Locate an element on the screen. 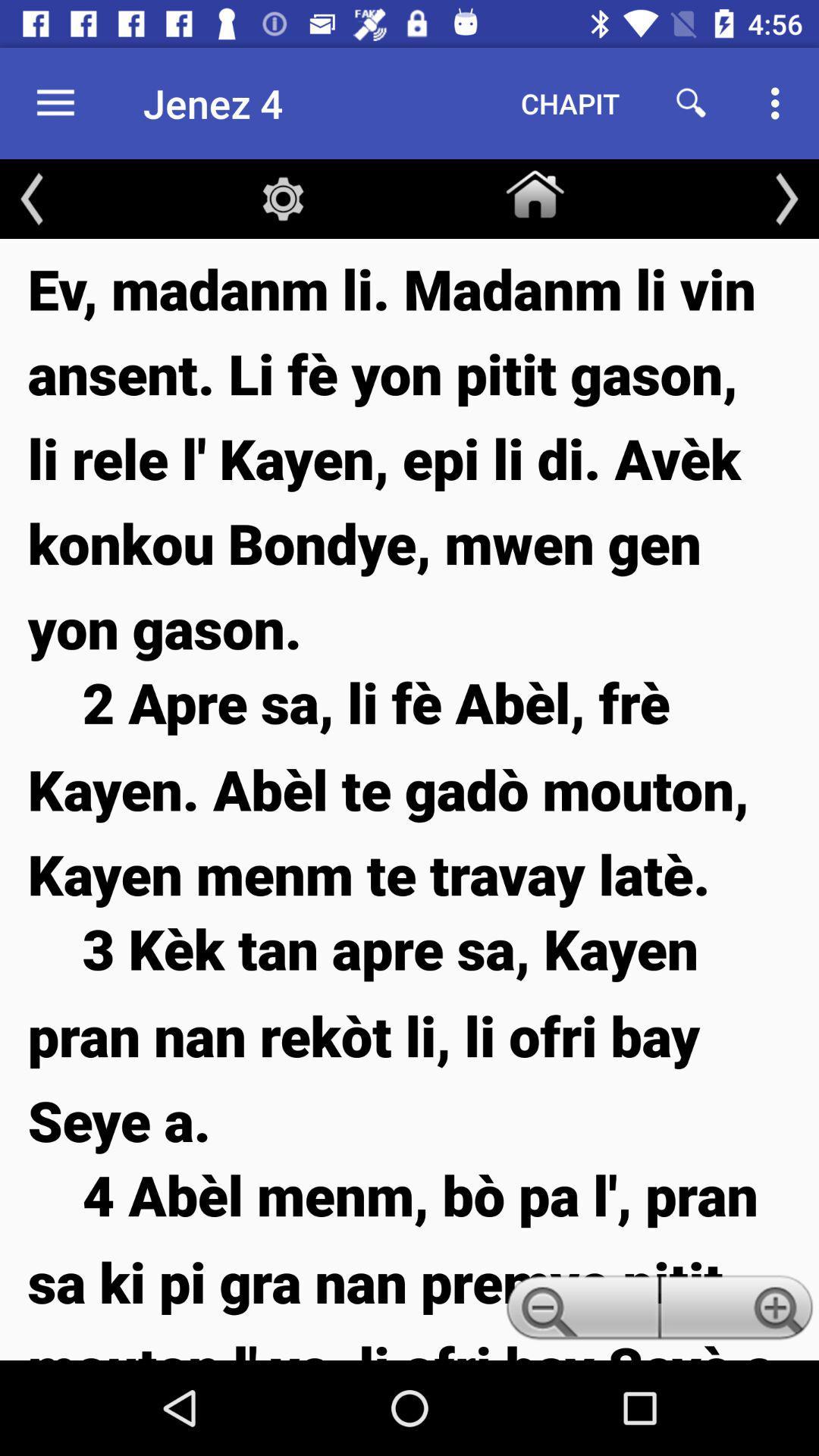 The width and height of the screenshot is (819, 1456). the arrow_backward icon is located at coordinates (32, 198).